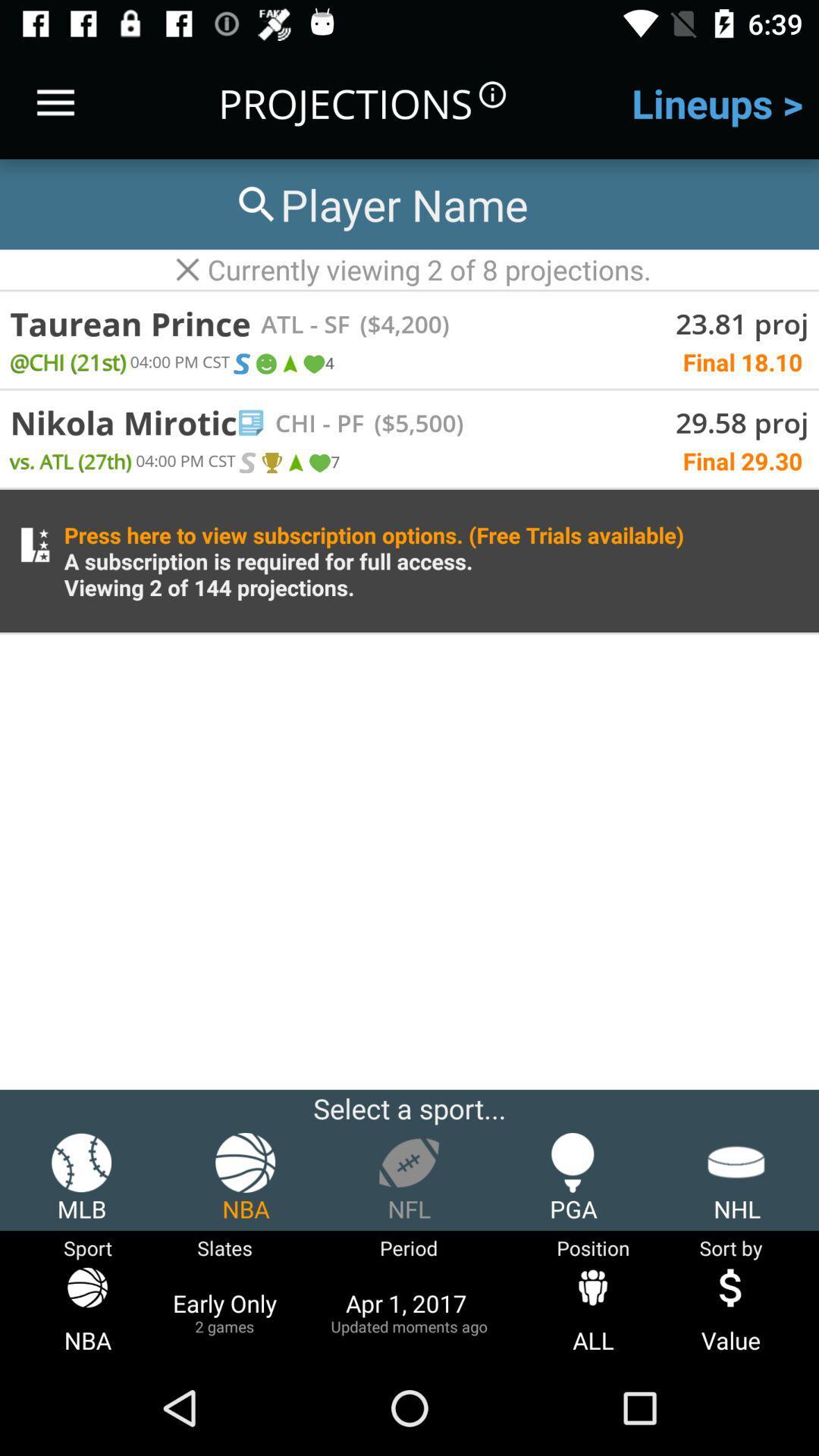 Image resolution: width=819 pixels, height=1456 pixels. Describe the element at coordinates (741, 322) in the screenshot. I see `the 23.81 proj item` at that location.